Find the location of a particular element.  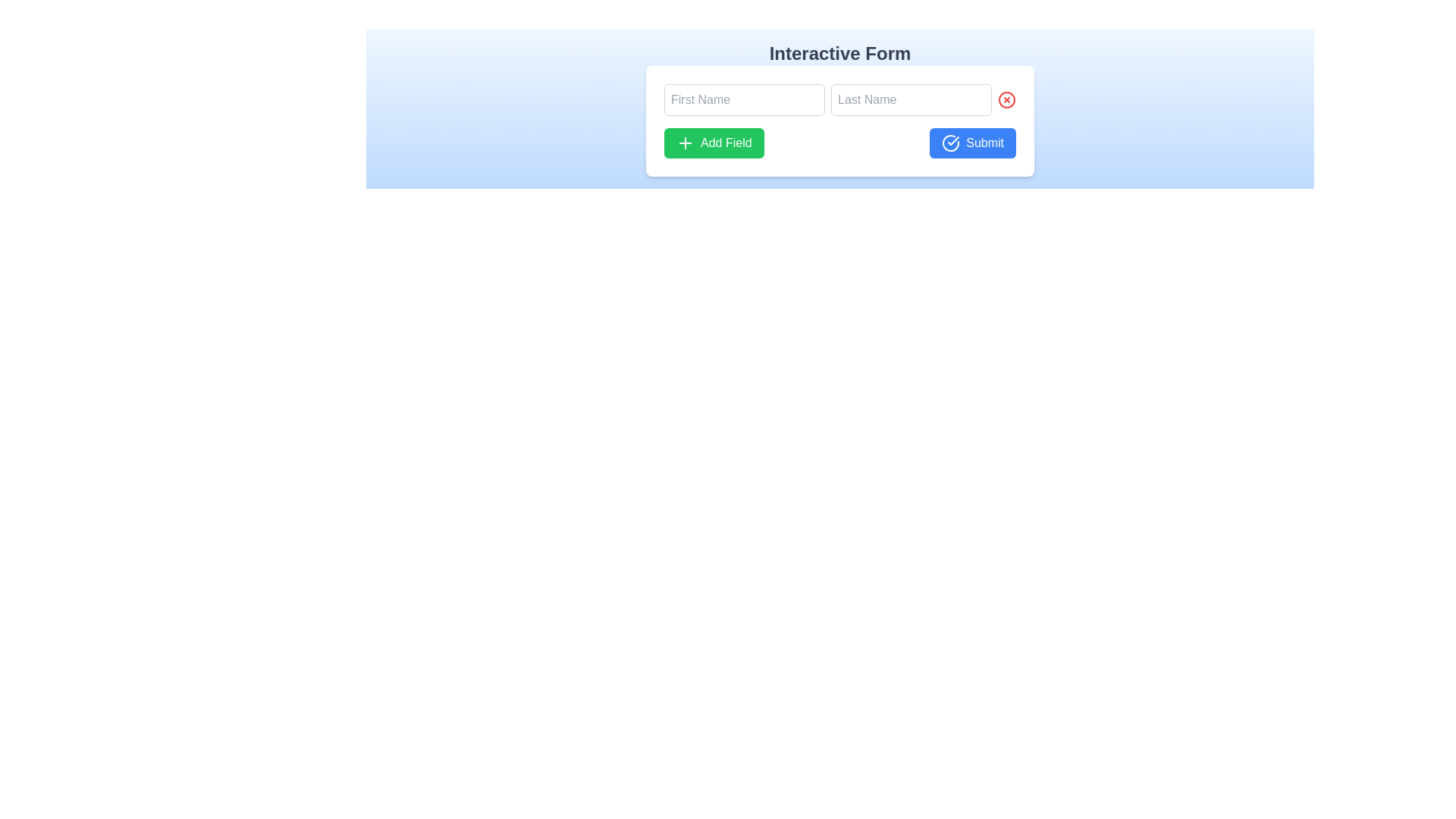

the 'Add Field' icon, which is a plus sign located on the green button labeled 'Add Field', positioned to the left of the button text is located at coordinates (684, 143).